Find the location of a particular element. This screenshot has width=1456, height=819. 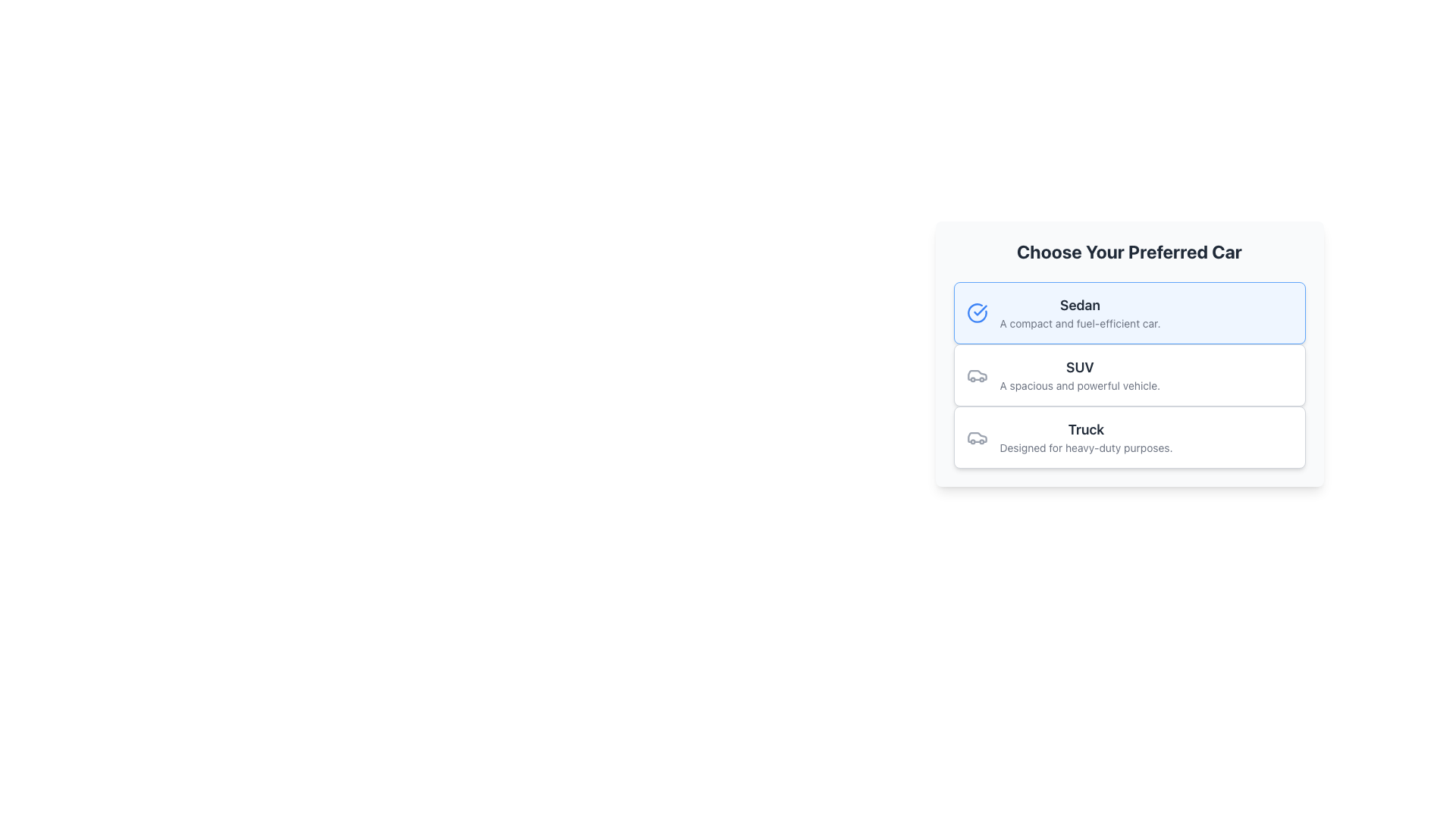

the 'SUV' icon located to the left of the 'SUV' text in the car type selection panel is located at coordinates (977, 375).